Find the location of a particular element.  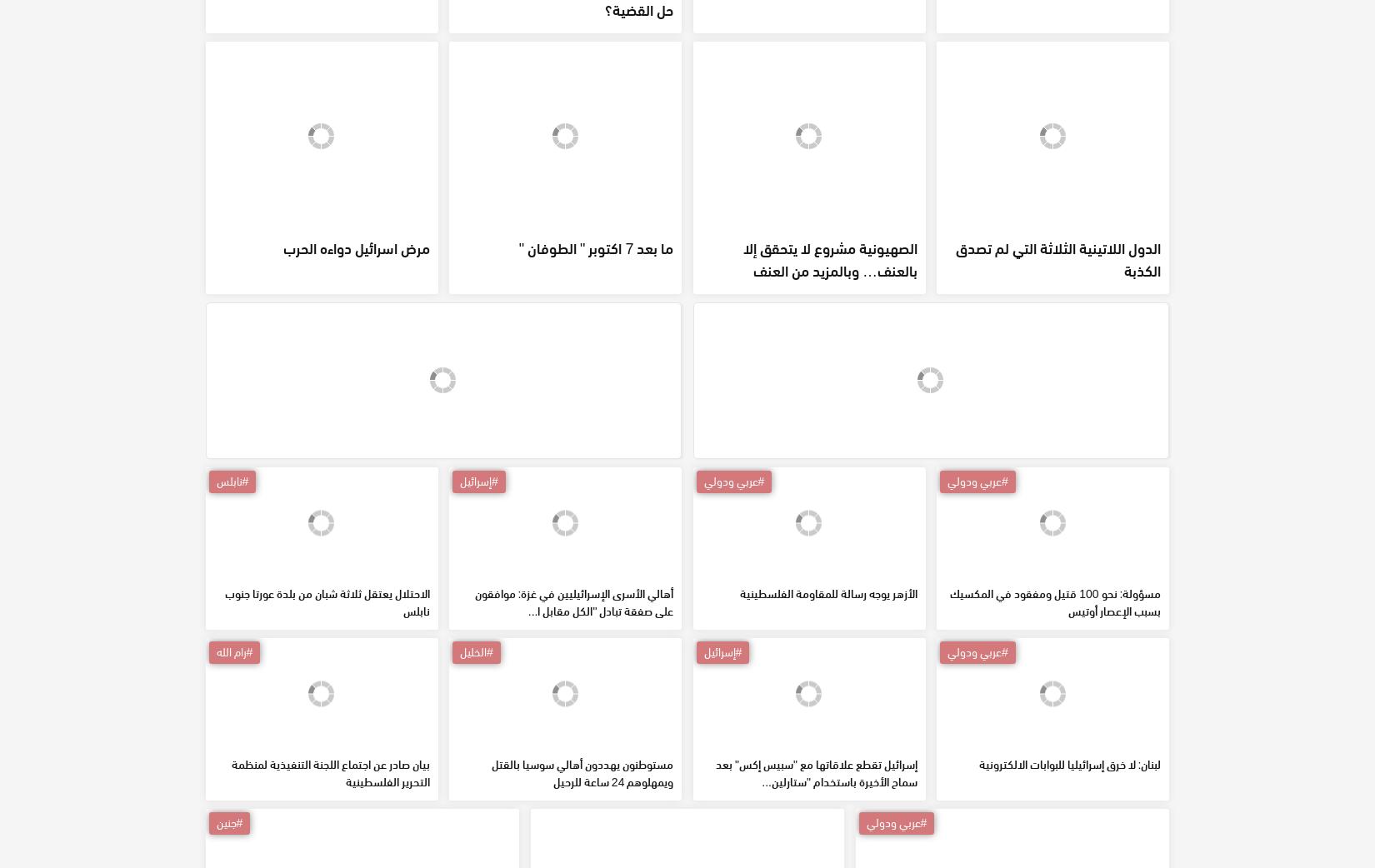

'#رام الله' is located at coordinates (233, 771).